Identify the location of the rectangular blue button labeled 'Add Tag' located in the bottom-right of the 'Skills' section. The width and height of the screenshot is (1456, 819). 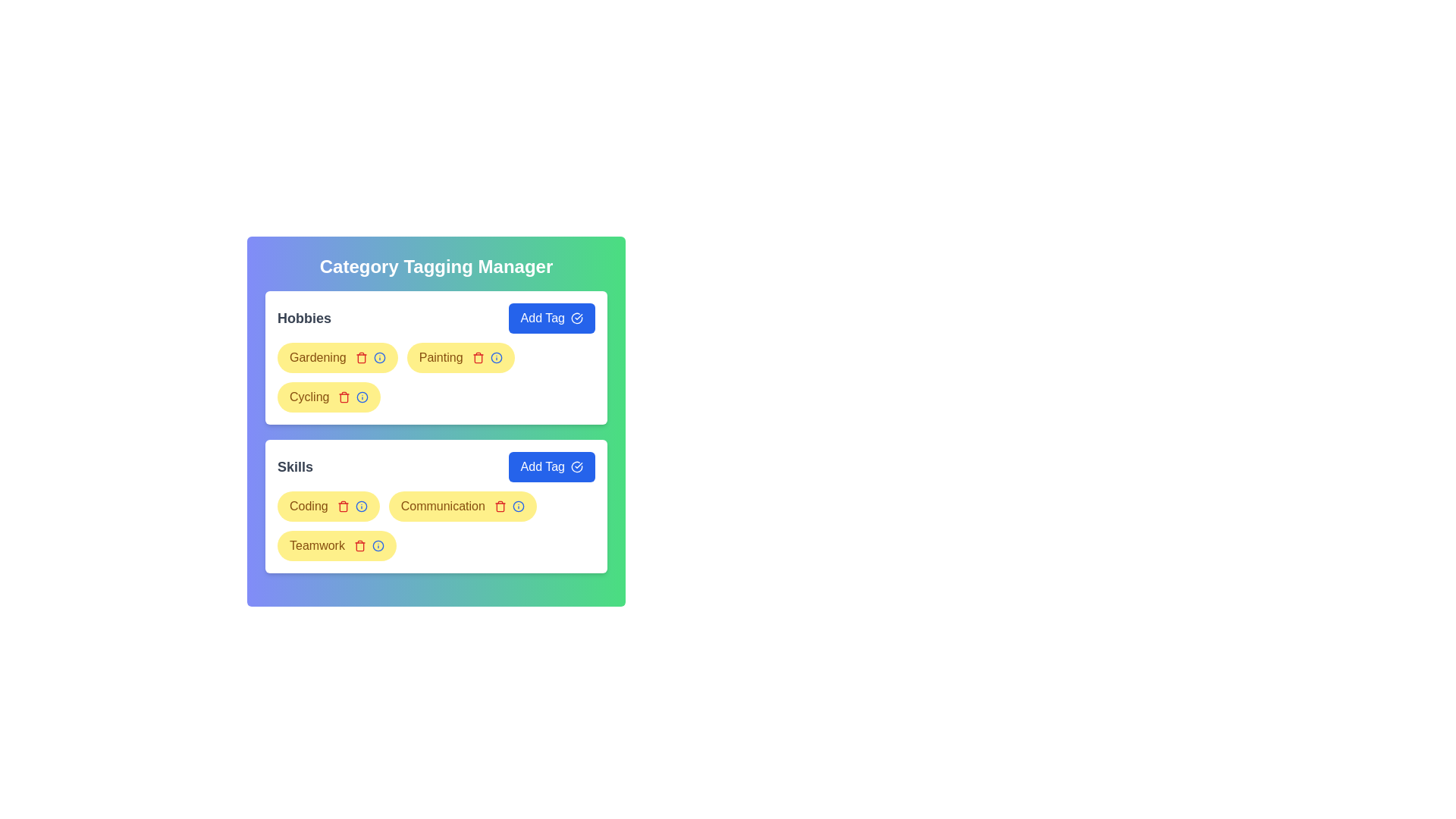
(551, 466).